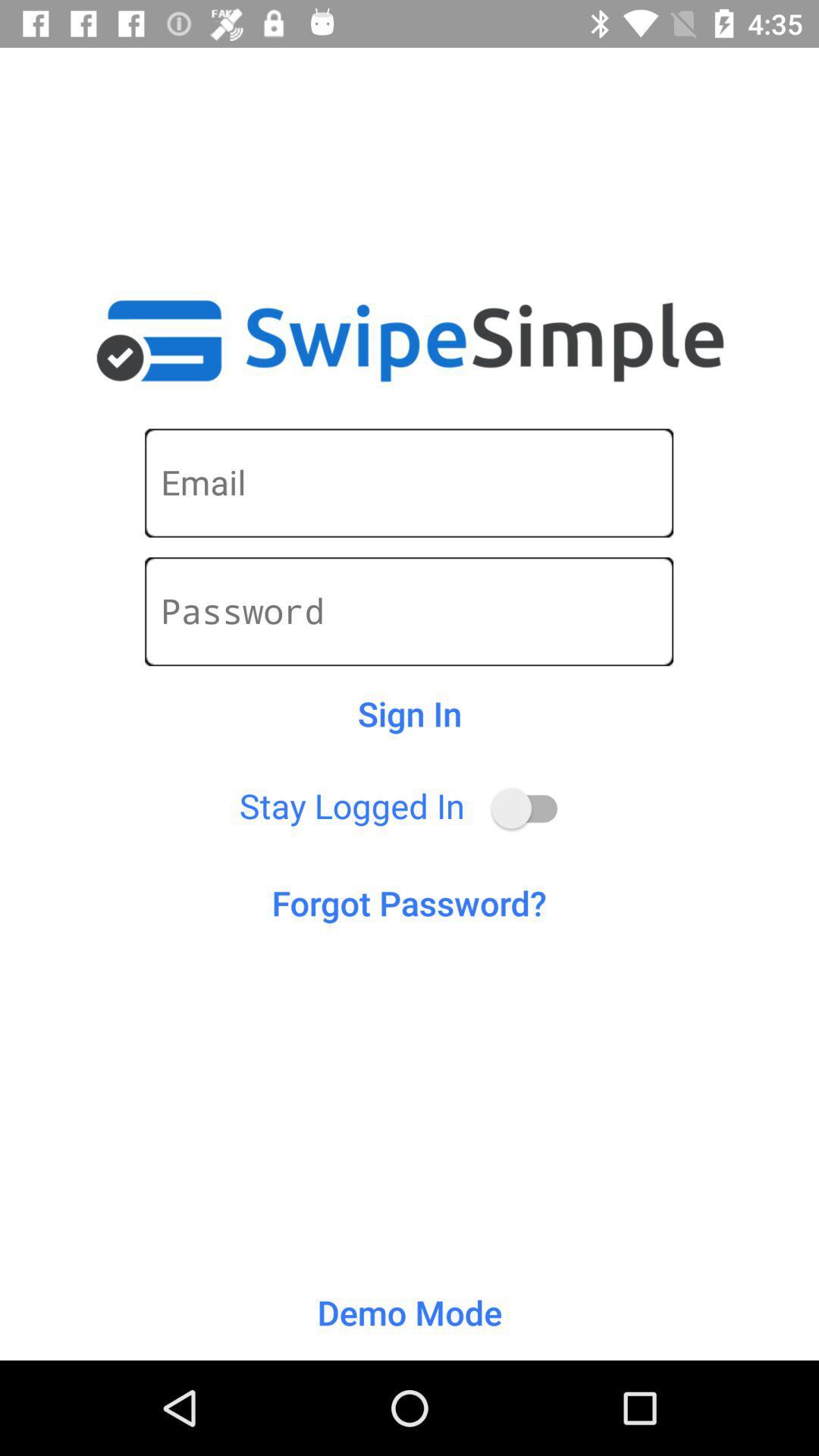 The width and height of the screenshot is (819, 1456). What do you see at coordinates (531, 808) in the screenshot?
I see `the icon next to stay logged in icon` at bounding box center [531, 808].